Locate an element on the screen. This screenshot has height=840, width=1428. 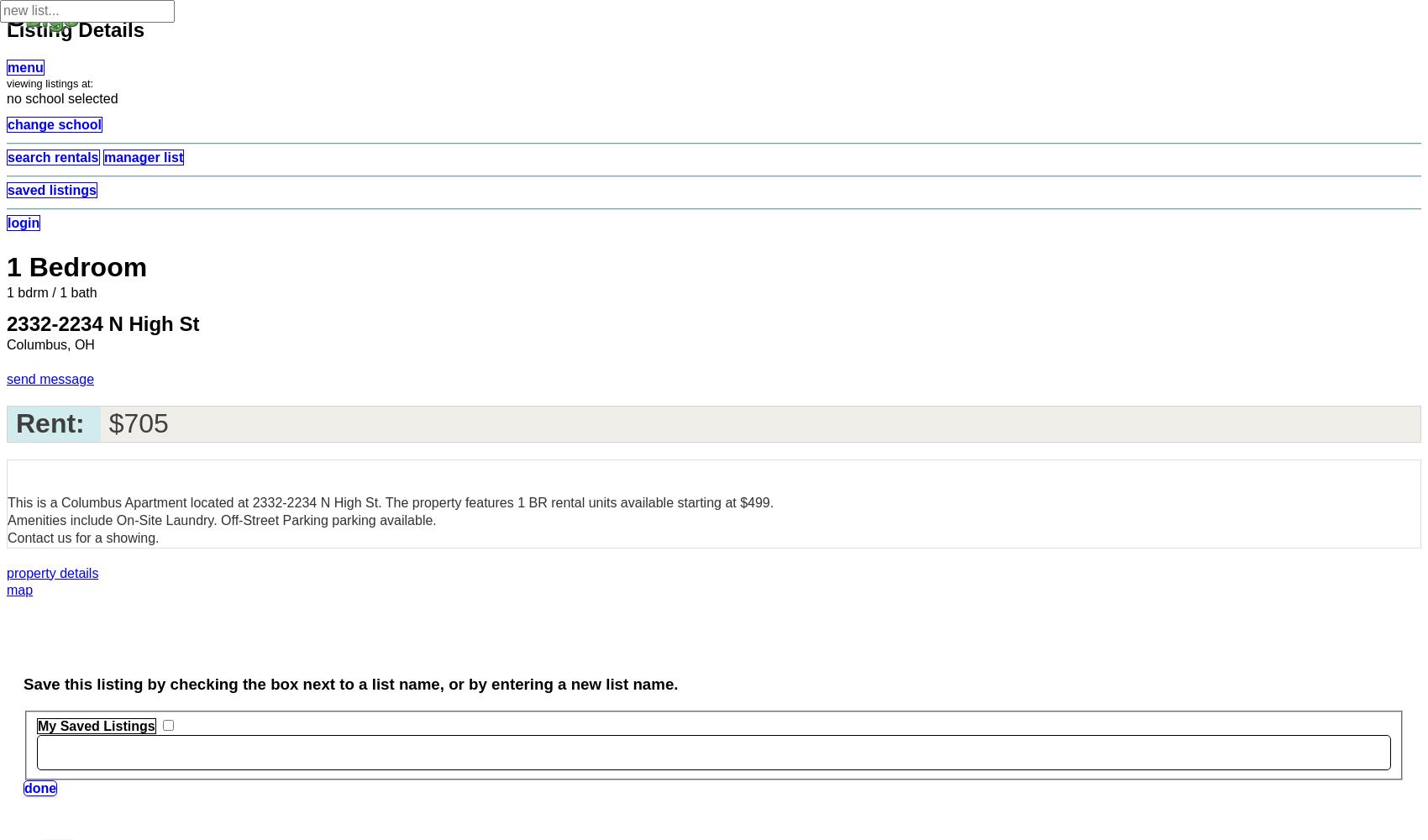
'menu' is located at coordinates (24, 66).